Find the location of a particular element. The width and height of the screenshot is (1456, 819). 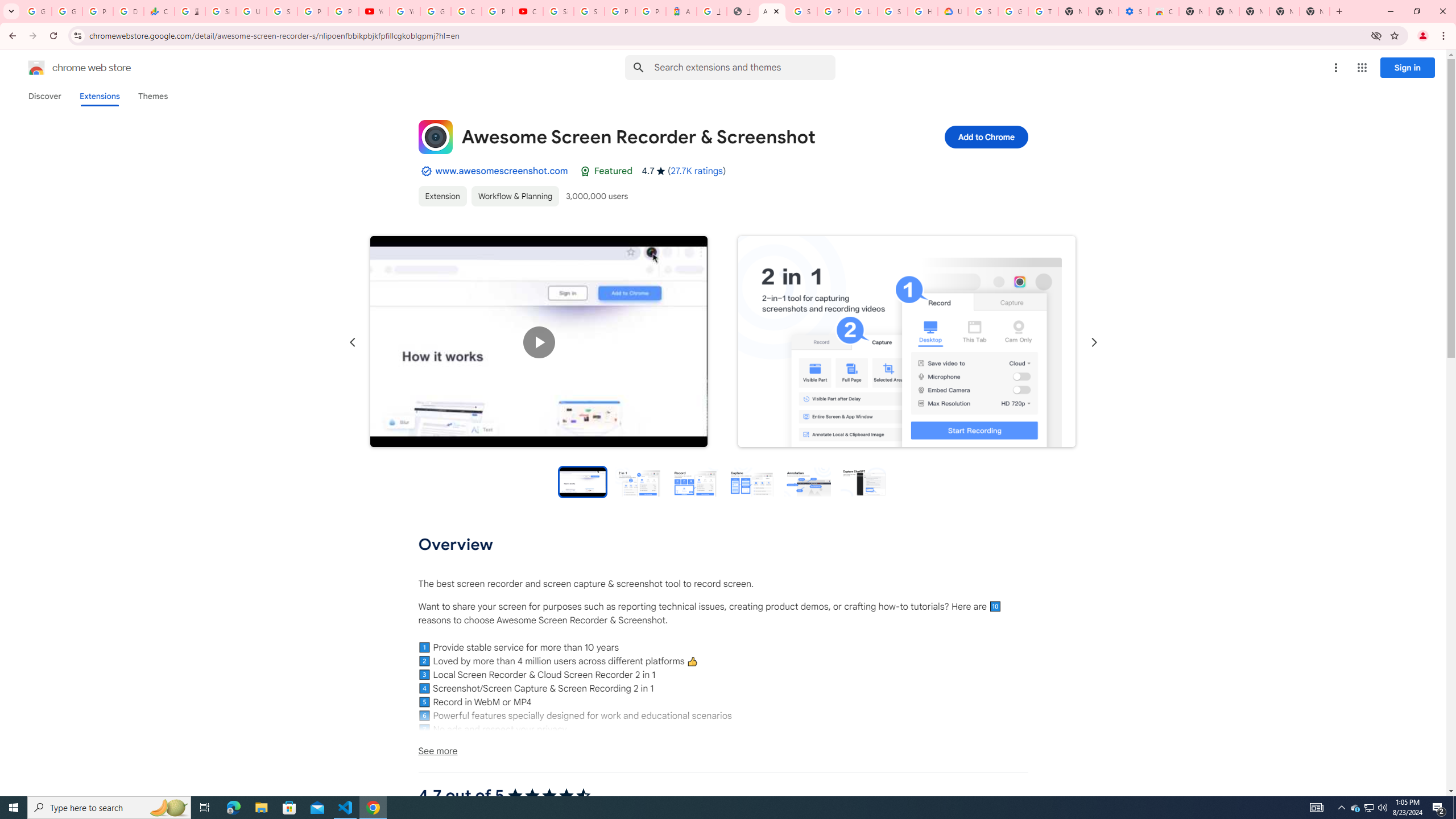

'YouTube' is located at coordinates (404, 11).